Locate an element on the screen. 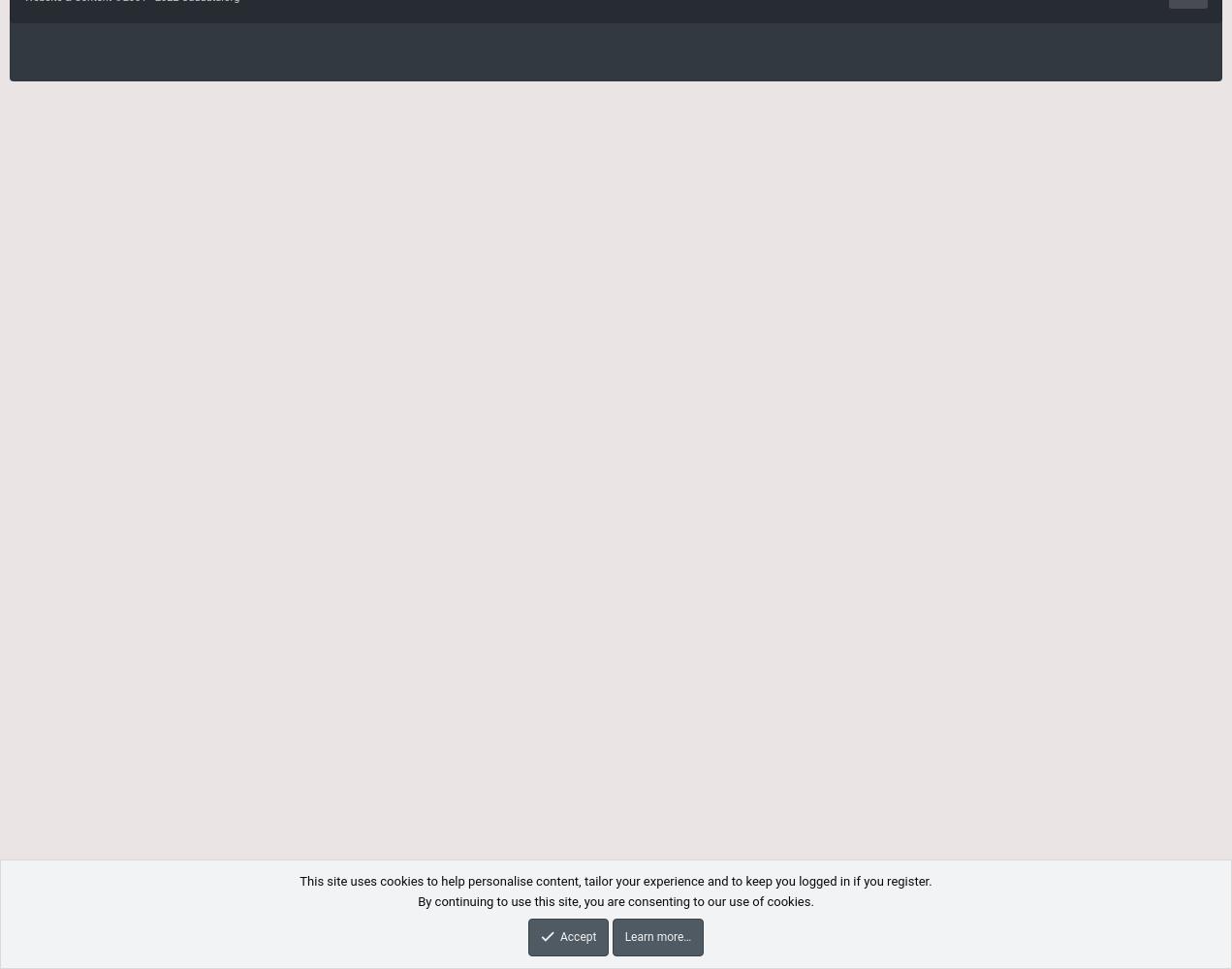  'This site uses cookies to help personalise content, tailor your experience and to keep you logged in if you register.' is located at coordinates (614, 881).